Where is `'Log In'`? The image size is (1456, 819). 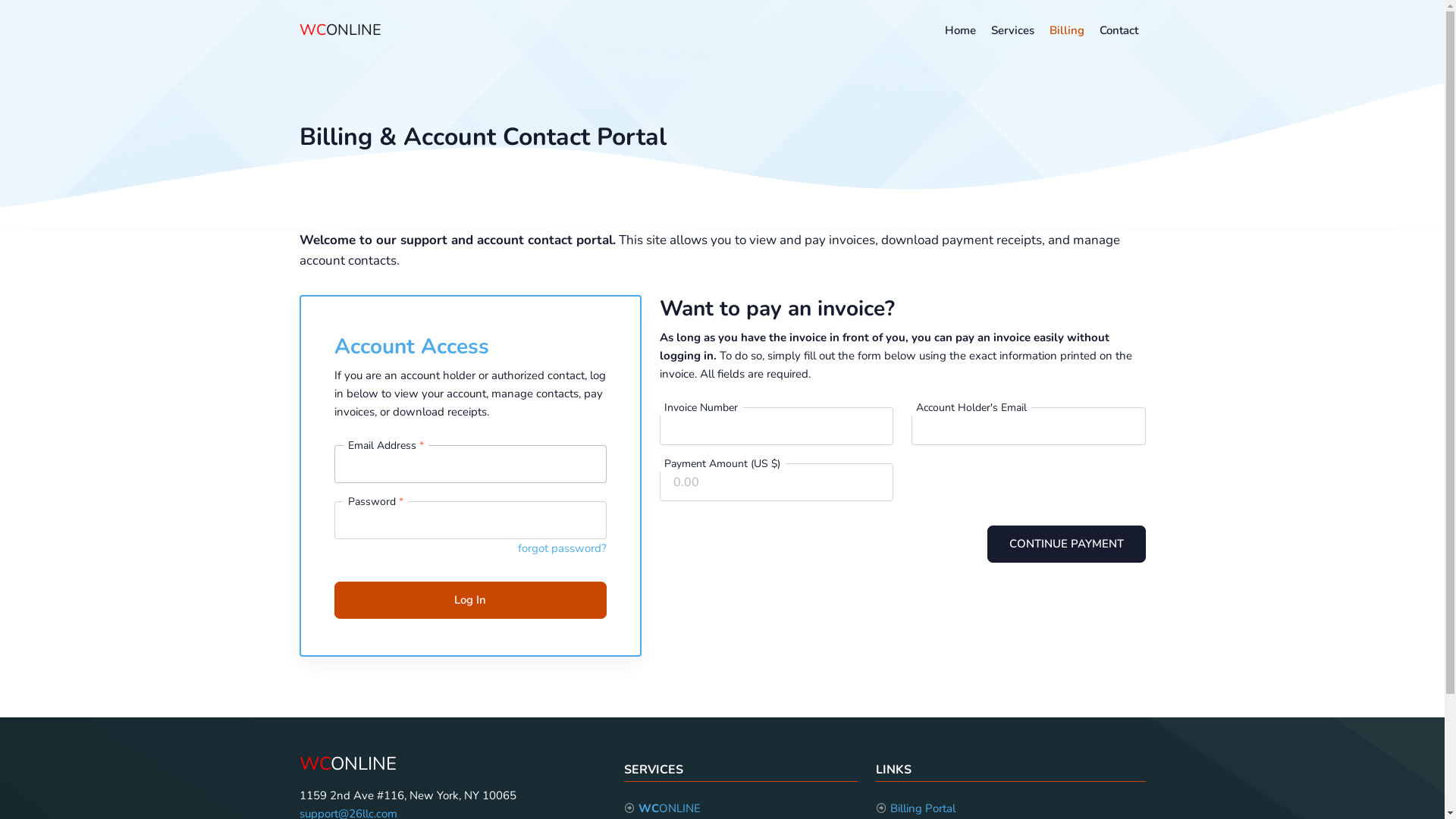
'Log In' is located at coordinates (469, 599).